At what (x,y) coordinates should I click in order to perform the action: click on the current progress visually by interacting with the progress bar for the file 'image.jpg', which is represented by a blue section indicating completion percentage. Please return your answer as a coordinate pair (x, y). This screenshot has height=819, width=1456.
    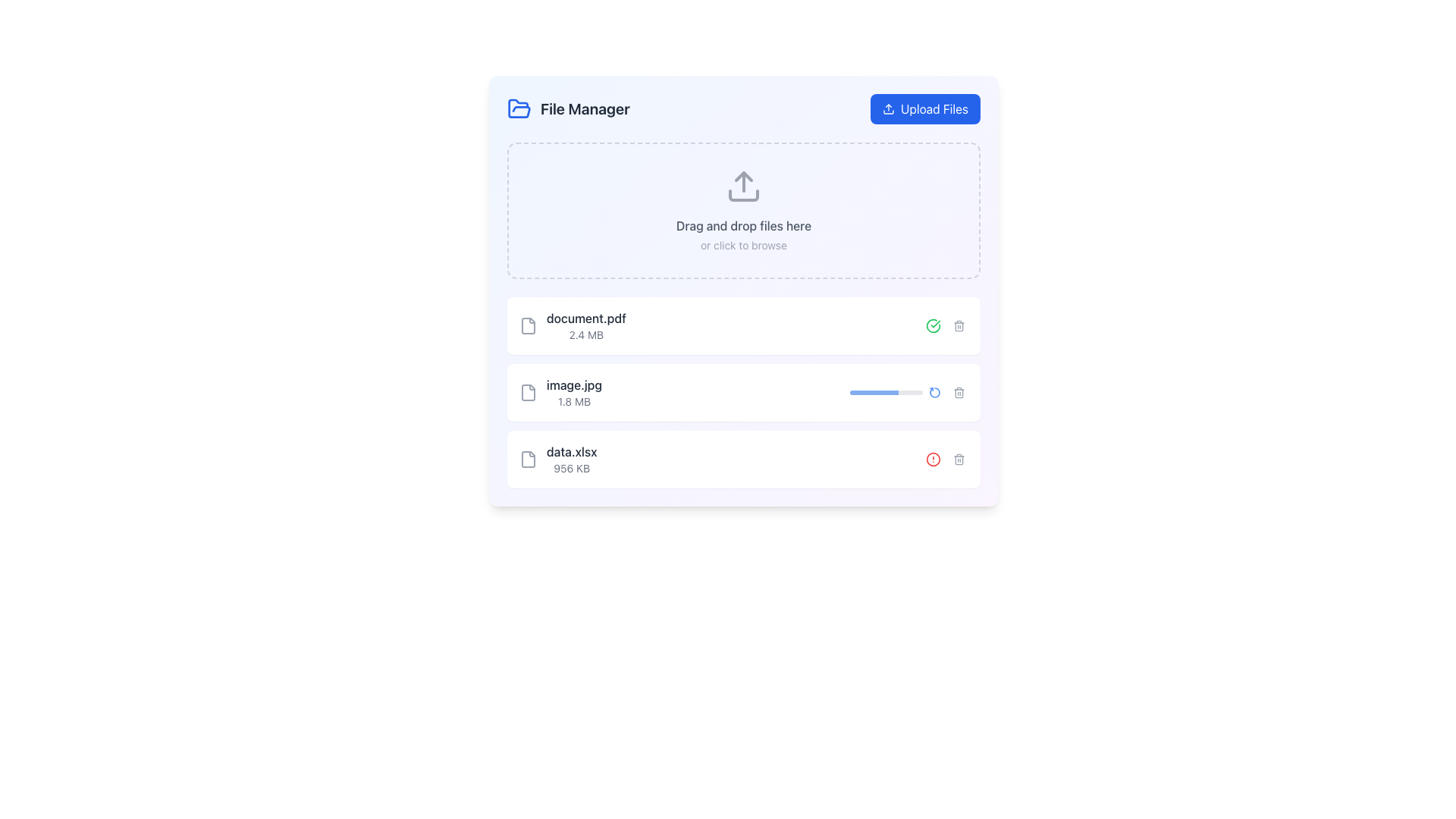
    Looking at the image, I should click on (886, 391).